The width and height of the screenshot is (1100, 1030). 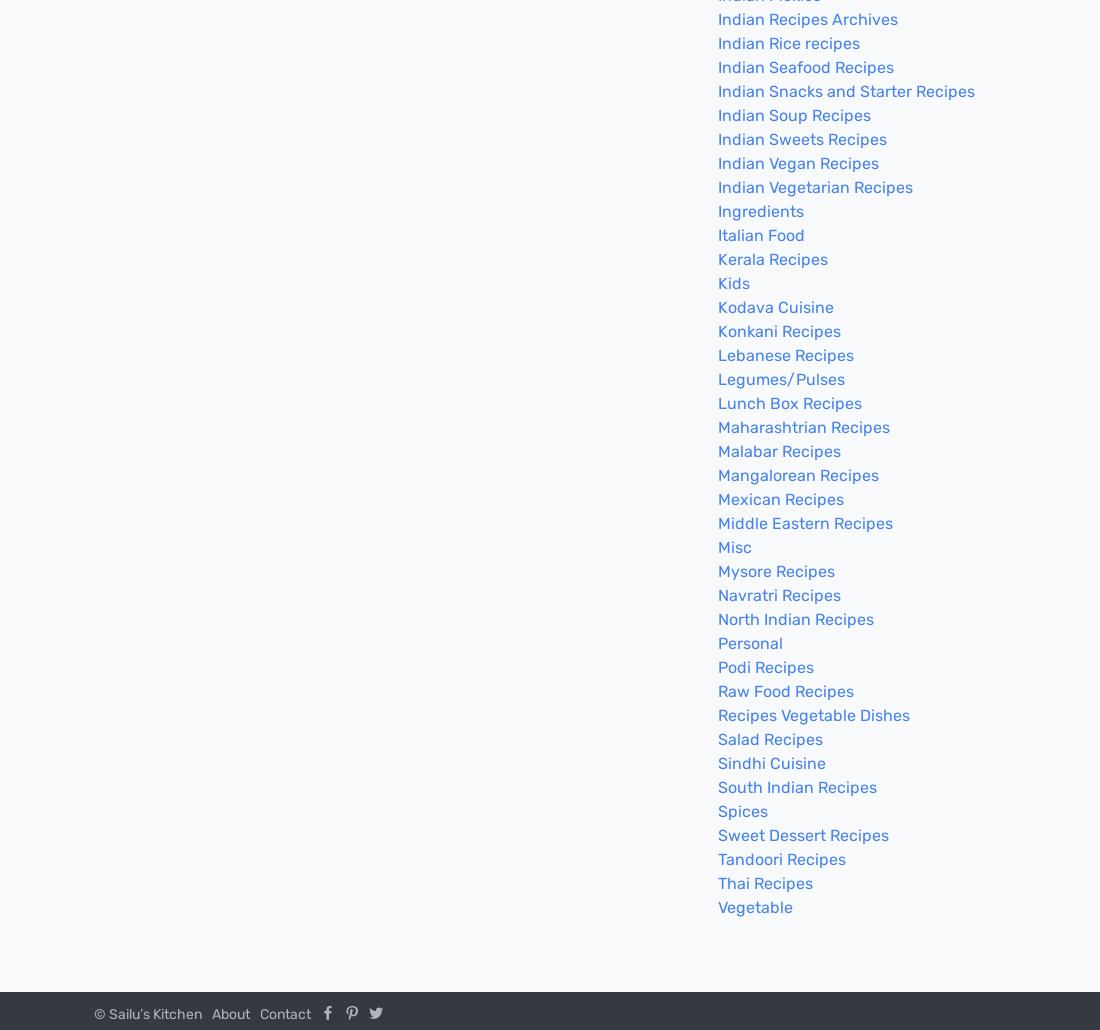 I want to click on 'Vegetable', so click(x=754, y=907).